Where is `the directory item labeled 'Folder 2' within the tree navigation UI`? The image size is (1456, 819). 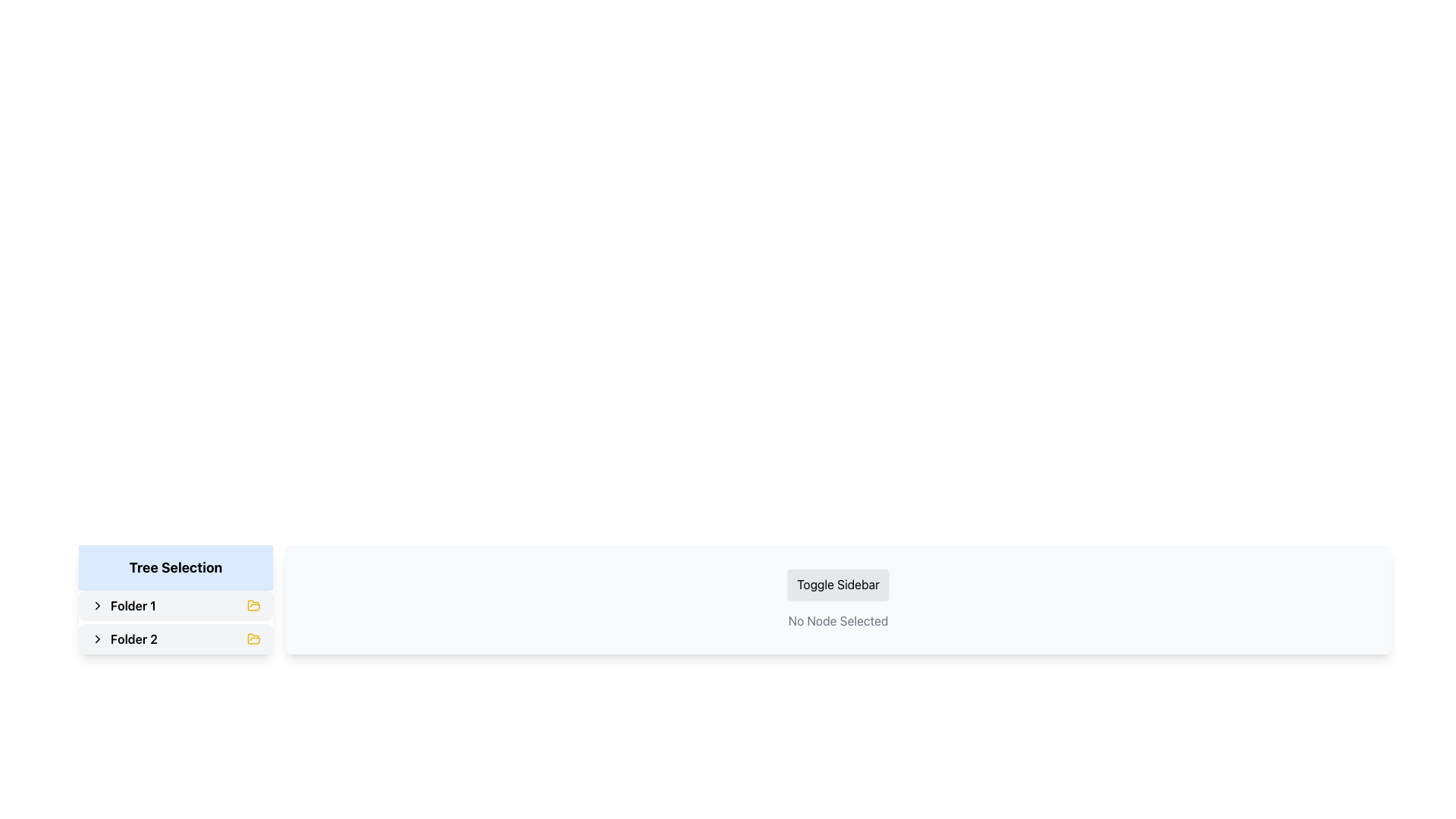 the directory item labeled 'Folder 2' within the tree navigation UI is located at coordinates (175, 639).